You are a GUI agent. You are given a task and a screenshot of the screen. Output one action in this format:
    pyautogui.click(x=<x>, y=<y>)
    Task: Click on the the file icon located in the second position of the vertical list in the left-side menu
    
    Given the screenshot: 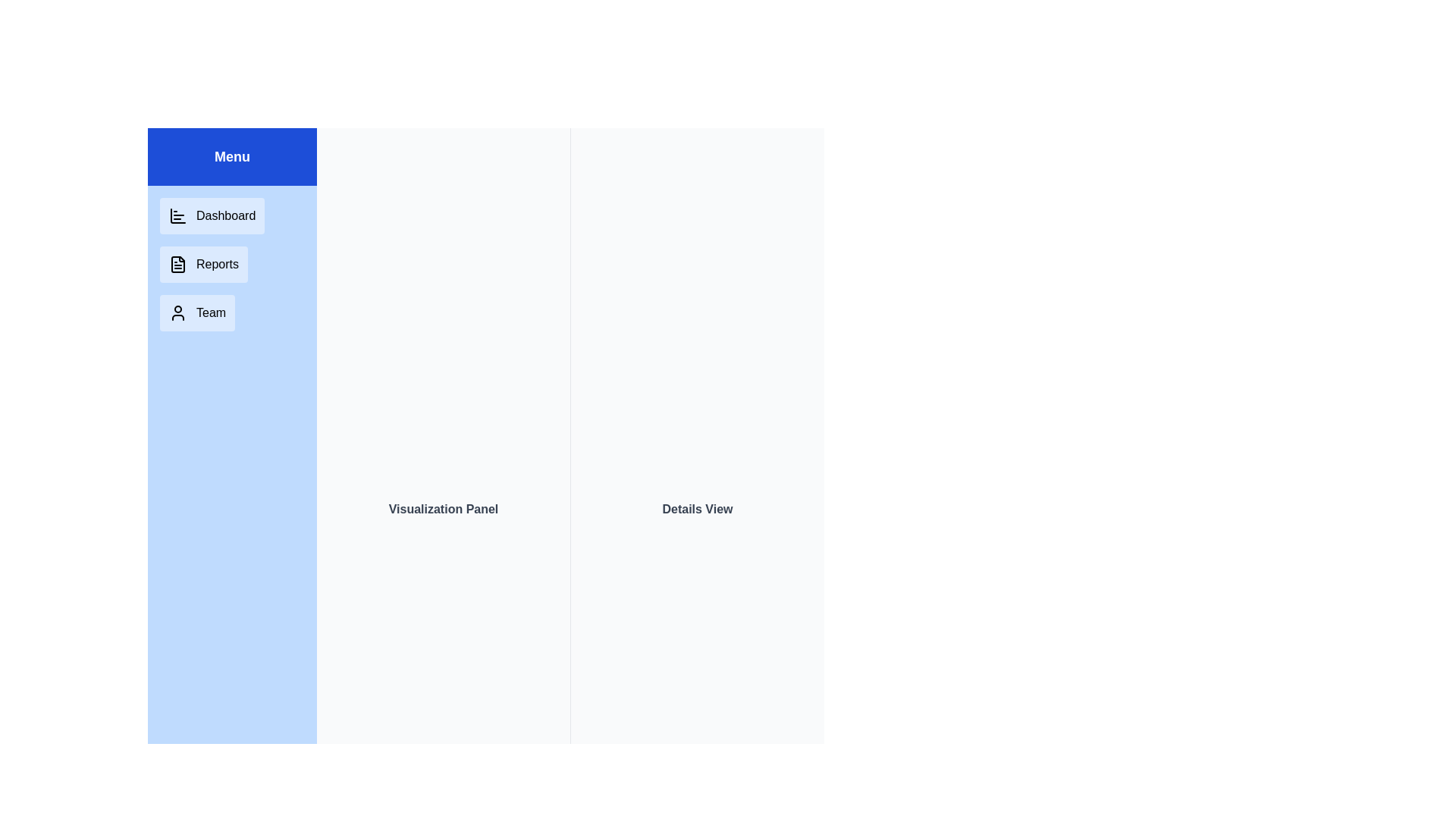 What is the action you would take?
    pyautogui.click(x=178, y=263)
    